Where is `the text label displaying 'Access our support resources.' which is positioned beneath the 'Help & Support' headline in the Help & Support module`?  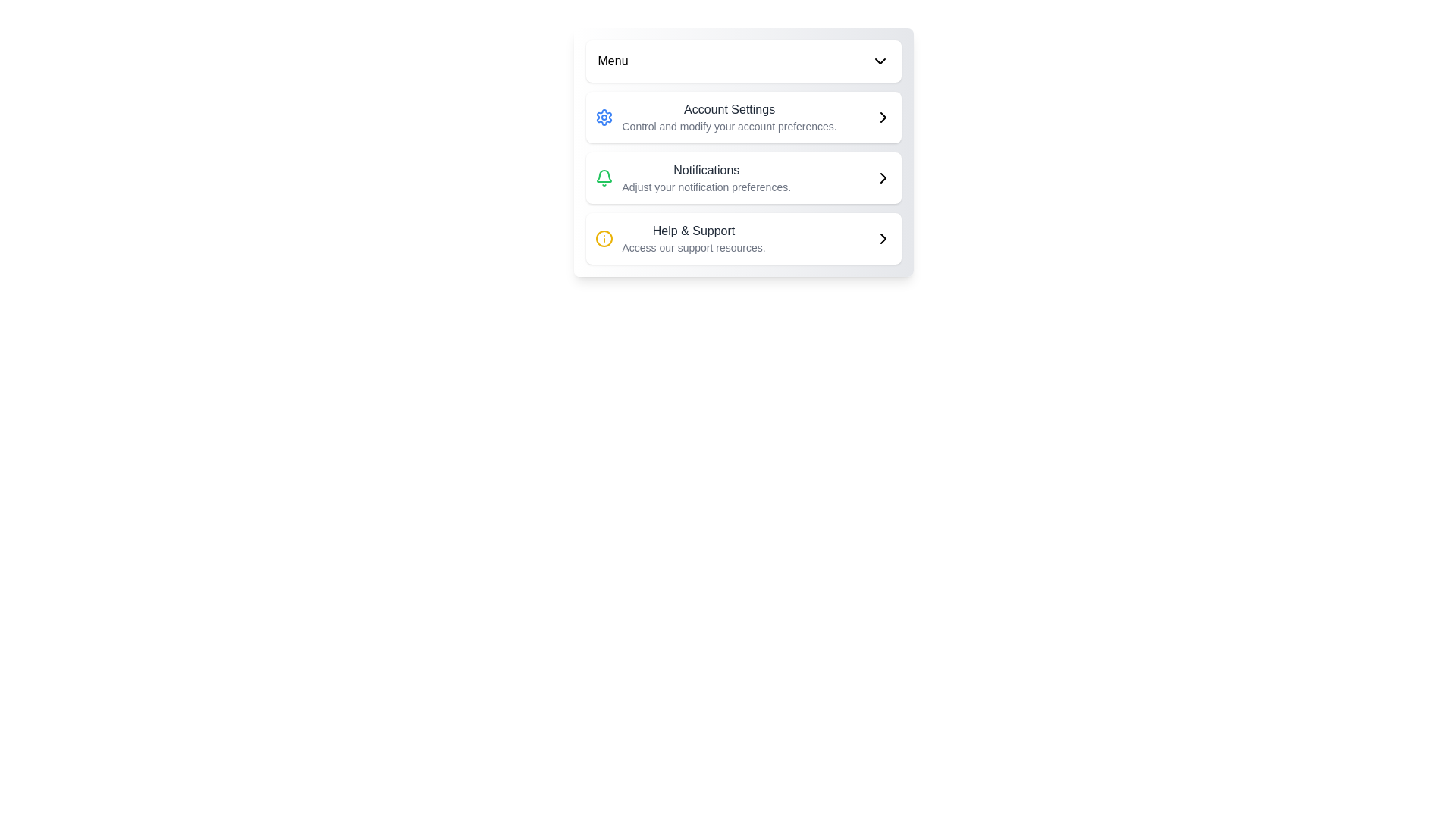 the text label displaying 'Access our support resources.' which is positioned beneath the 'Help & Support' headline in the Help & Support module is located at coordinates (693, 247).